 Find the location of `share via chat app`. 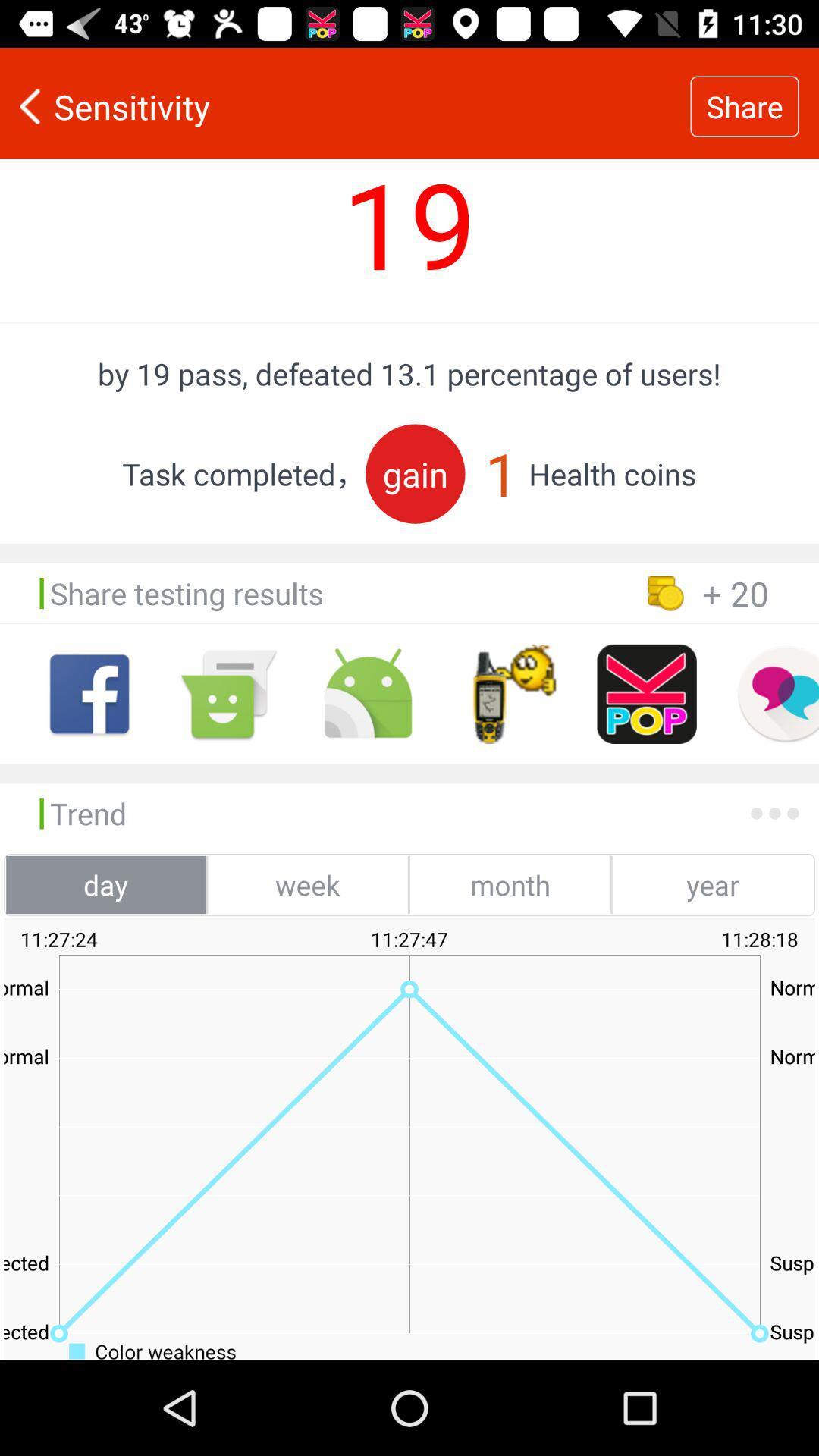

share via chat app is located at coordinates (777, 693).